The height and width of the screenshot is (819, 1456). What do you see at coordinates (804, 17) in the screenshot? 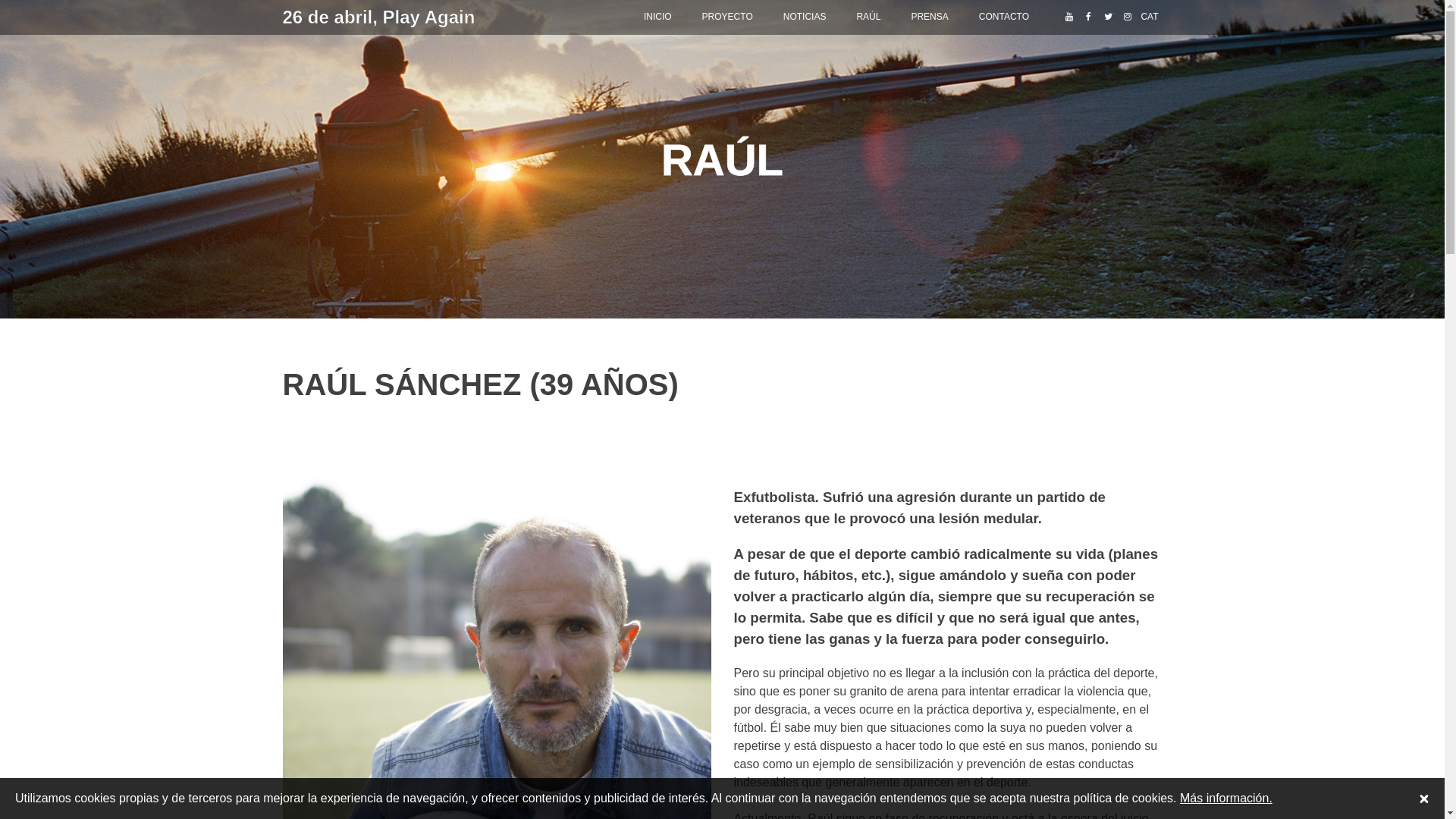
I see `'NOTICIAS'` at bounding box center [804, 17].